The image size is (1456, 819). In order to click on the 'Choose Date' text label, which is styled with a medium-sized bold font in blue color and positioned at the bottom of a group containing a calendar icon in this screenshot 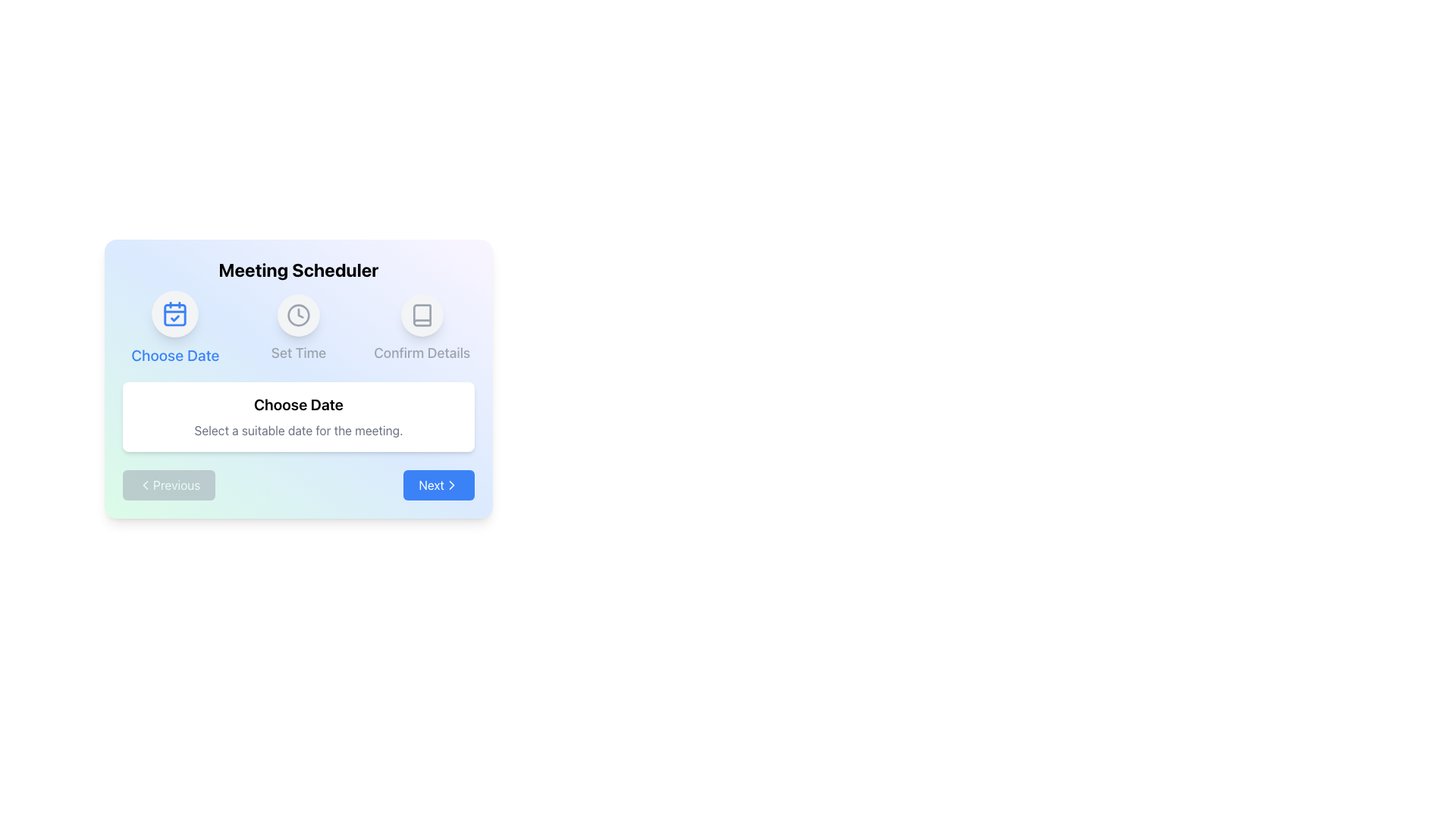, I will do `click(175, 356)`.